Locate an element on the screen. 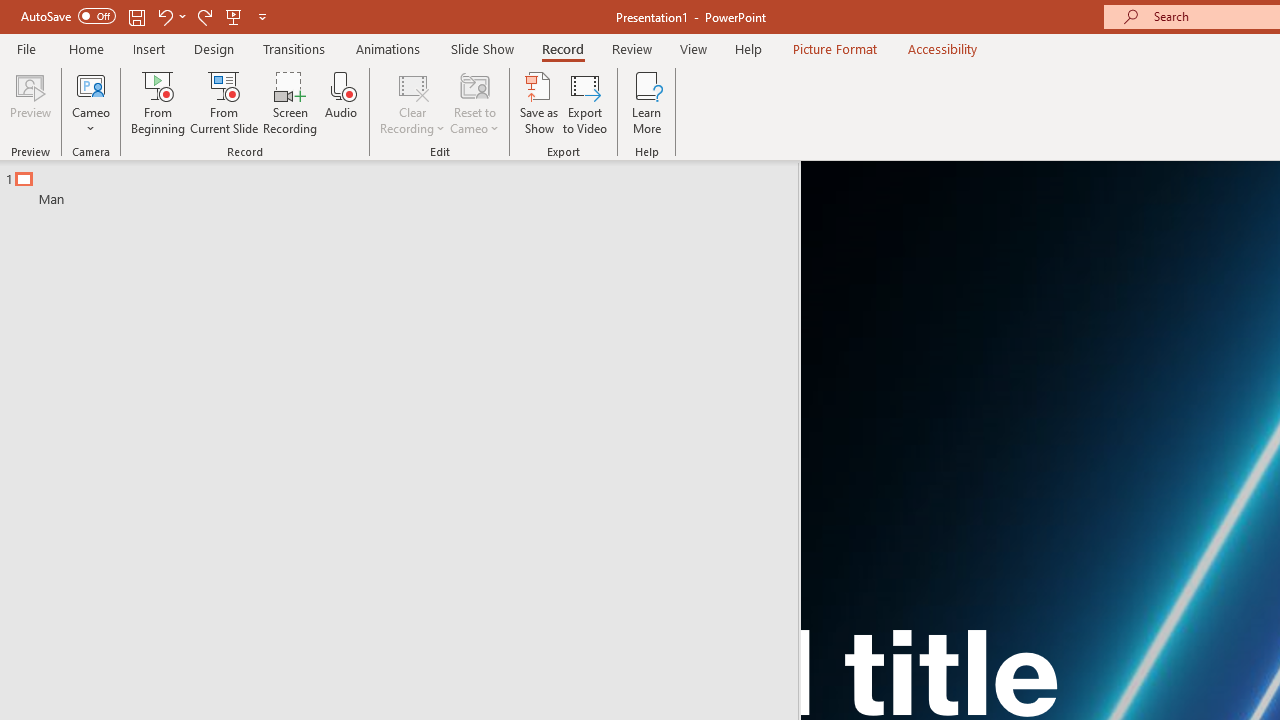  'AutoSave' is located at coordinates (68, 16).